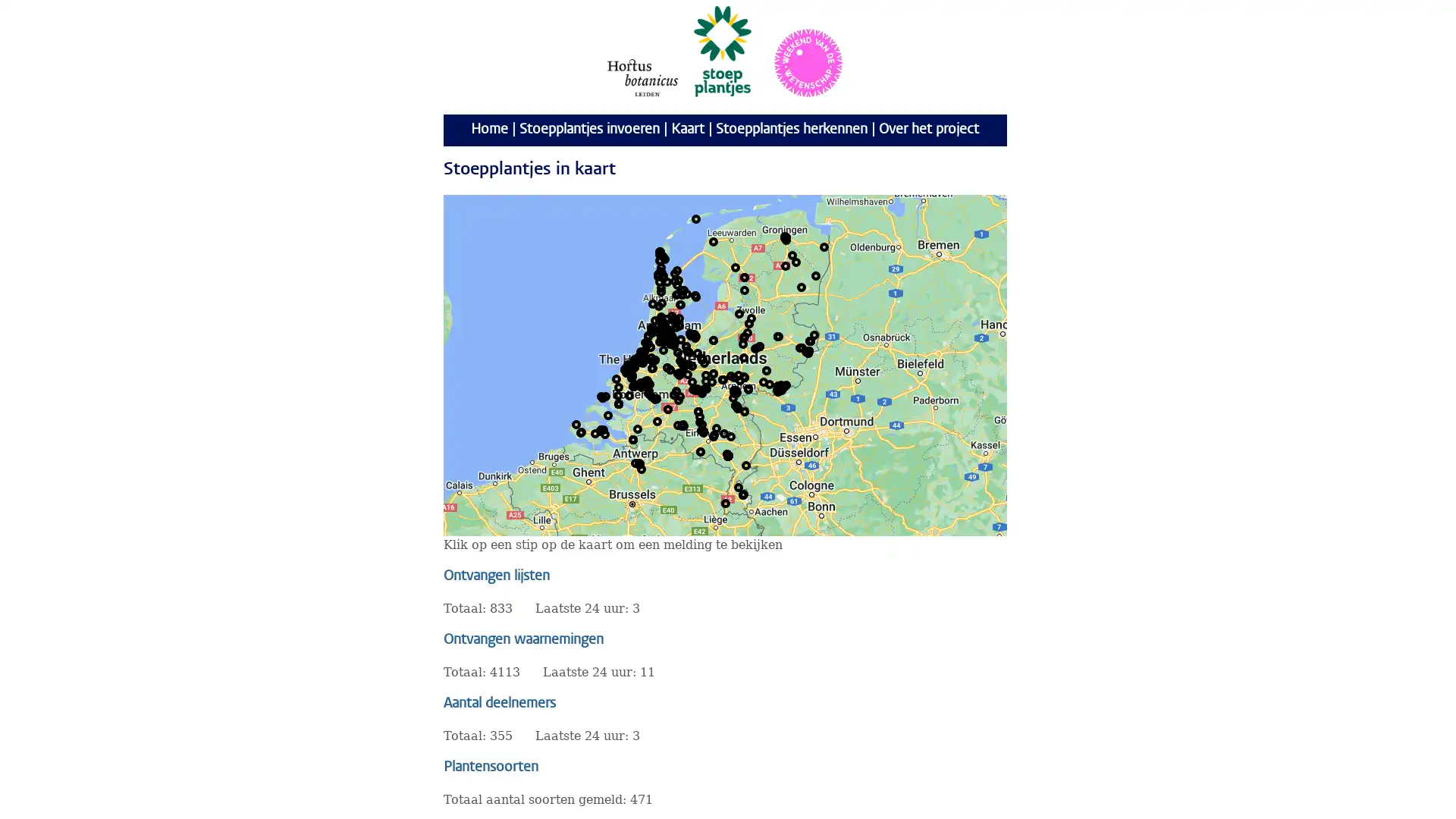 This screenshot has height=819, width=1456. What do you see at coordinates (728, 455) in the screenshot?
I see `Telling van Ton Frenken op 06 mei 2022` at bounding box center [728, 455].